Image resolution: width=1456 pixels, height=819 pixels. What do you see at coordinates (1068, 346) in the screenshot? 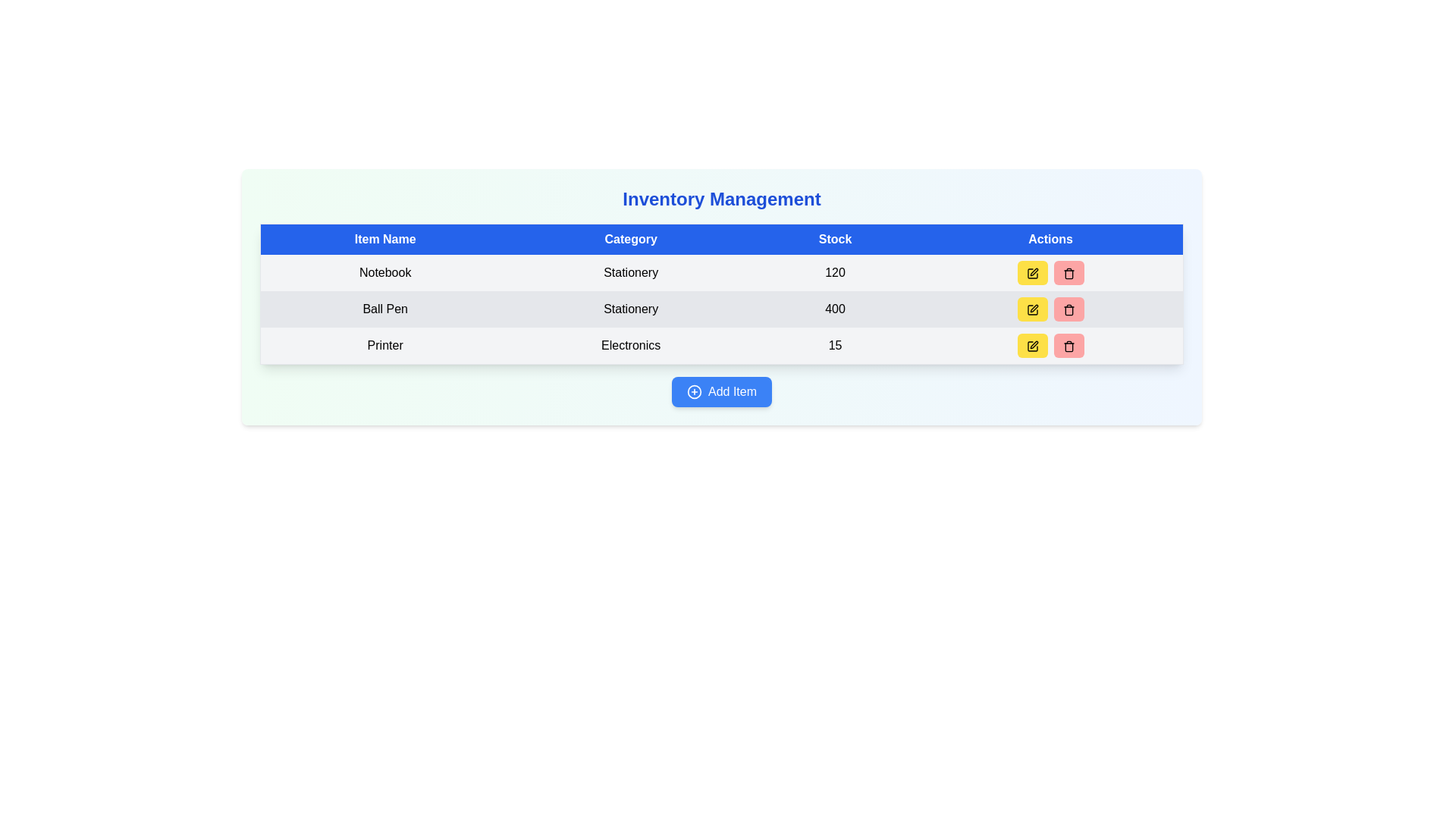
I see `the Trash Can icon located under the 'Actions' column of the last row in the 'Inventory Management' table` at bounding box center [1068, 346].